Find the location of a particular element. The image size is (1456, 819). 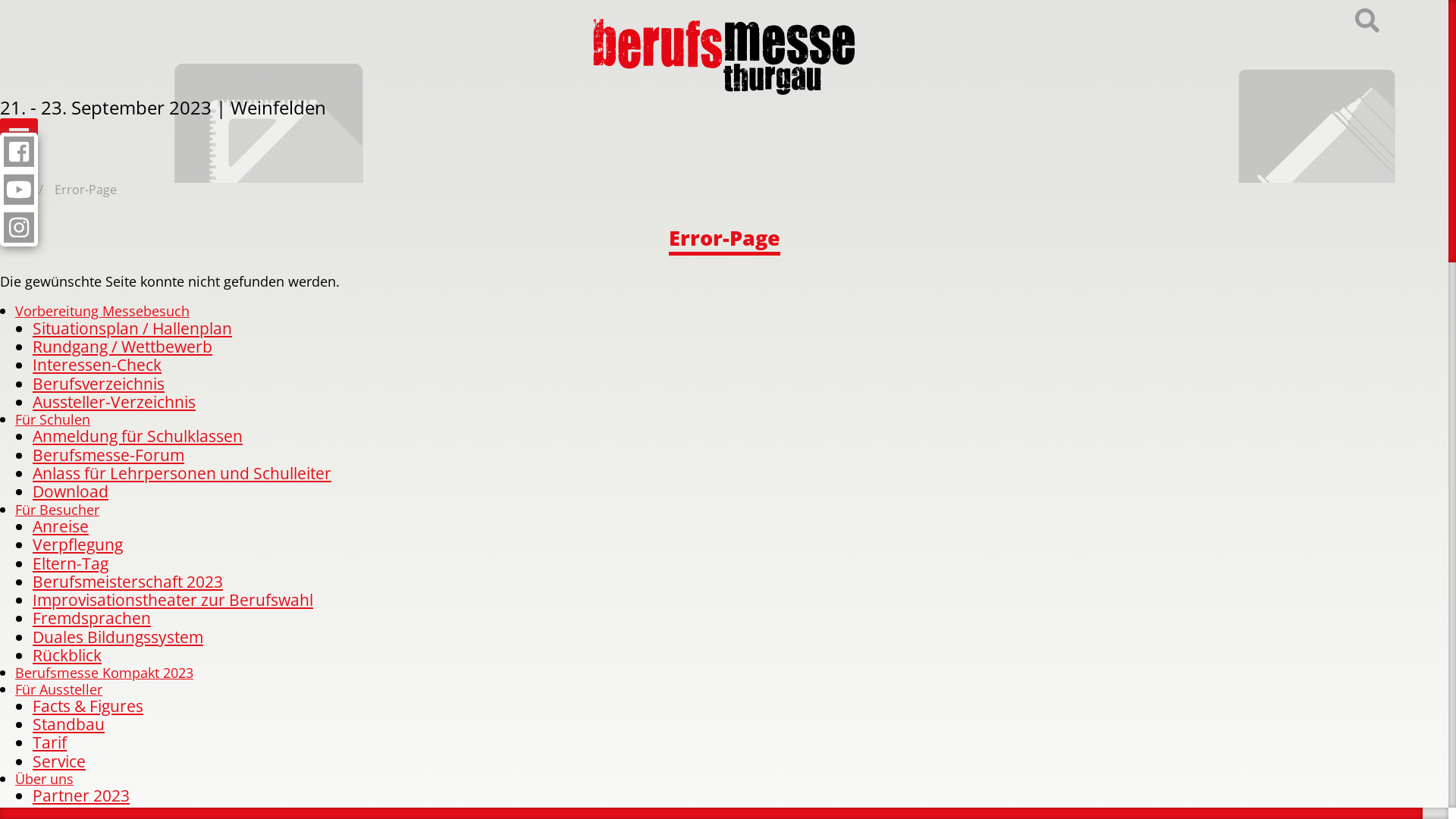

'Berufsmesse Kompakt 2023' is located at coordinates (103, 671).